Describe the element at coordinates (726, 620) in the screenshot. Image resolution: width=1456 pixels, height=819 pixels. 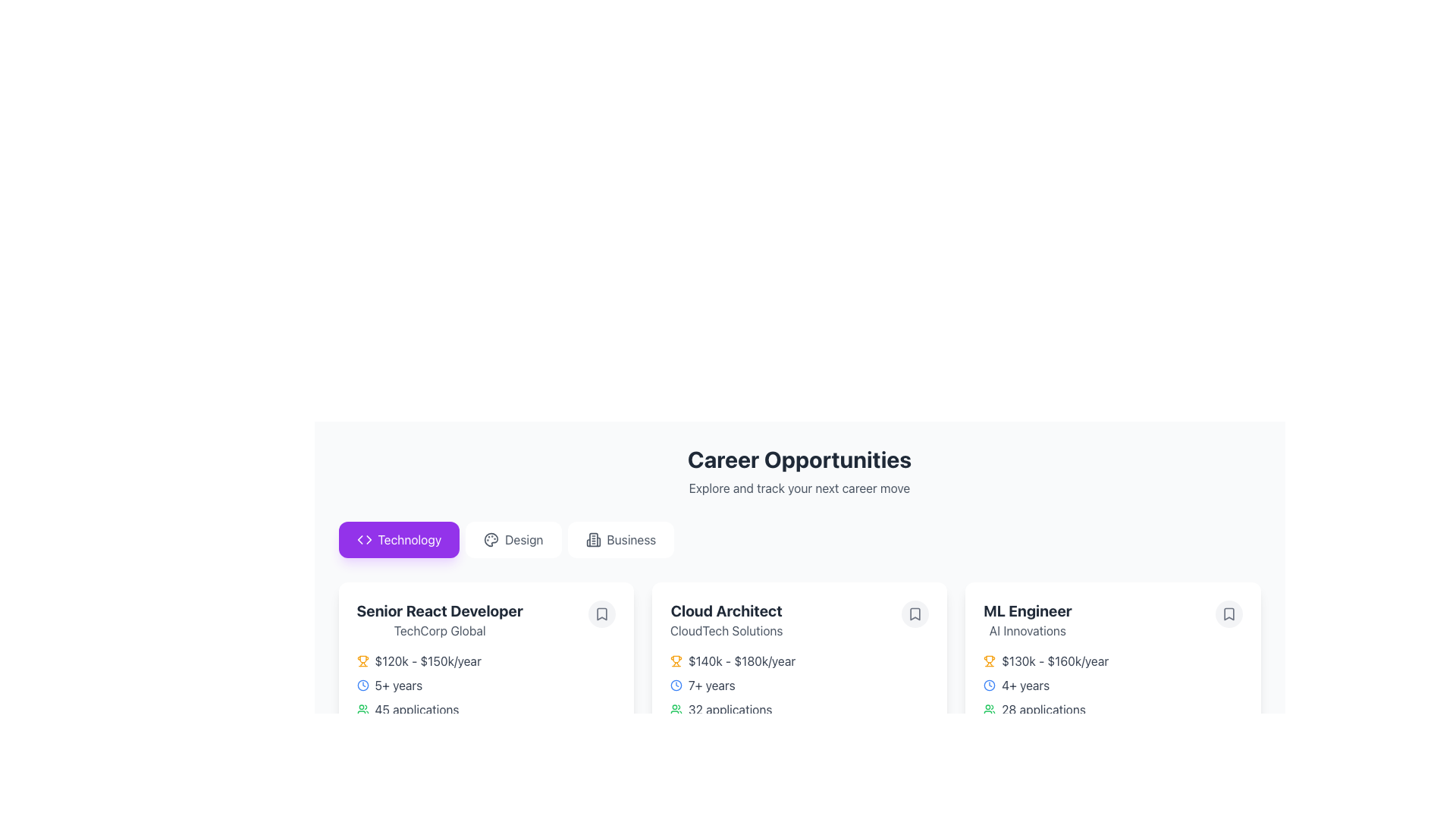
I see `job title 'Cloud Architect' and the company name 'CloudTech Solutions' from the header located at the top-left corner of the job card` at that location.